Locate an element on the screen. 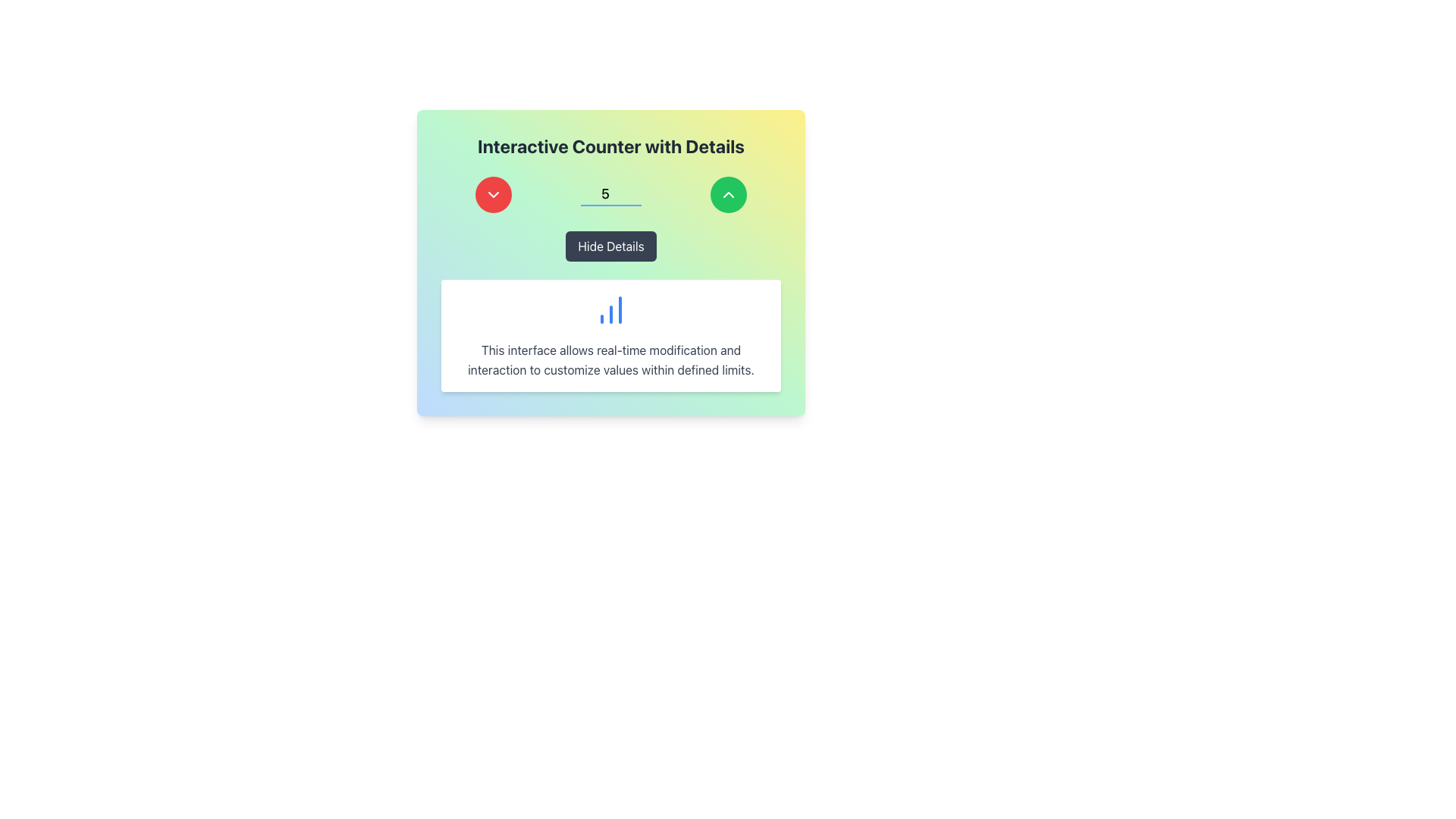 Image resolution: width=1456 pixels, height=819 pixels. the vertical bar chart-like icon, which consists of three solid blue bars aligned vertically, located in the top center of the white rectangular section above the descriptive text and below the 'Hide Details' button is located at coordinates (611, 309).